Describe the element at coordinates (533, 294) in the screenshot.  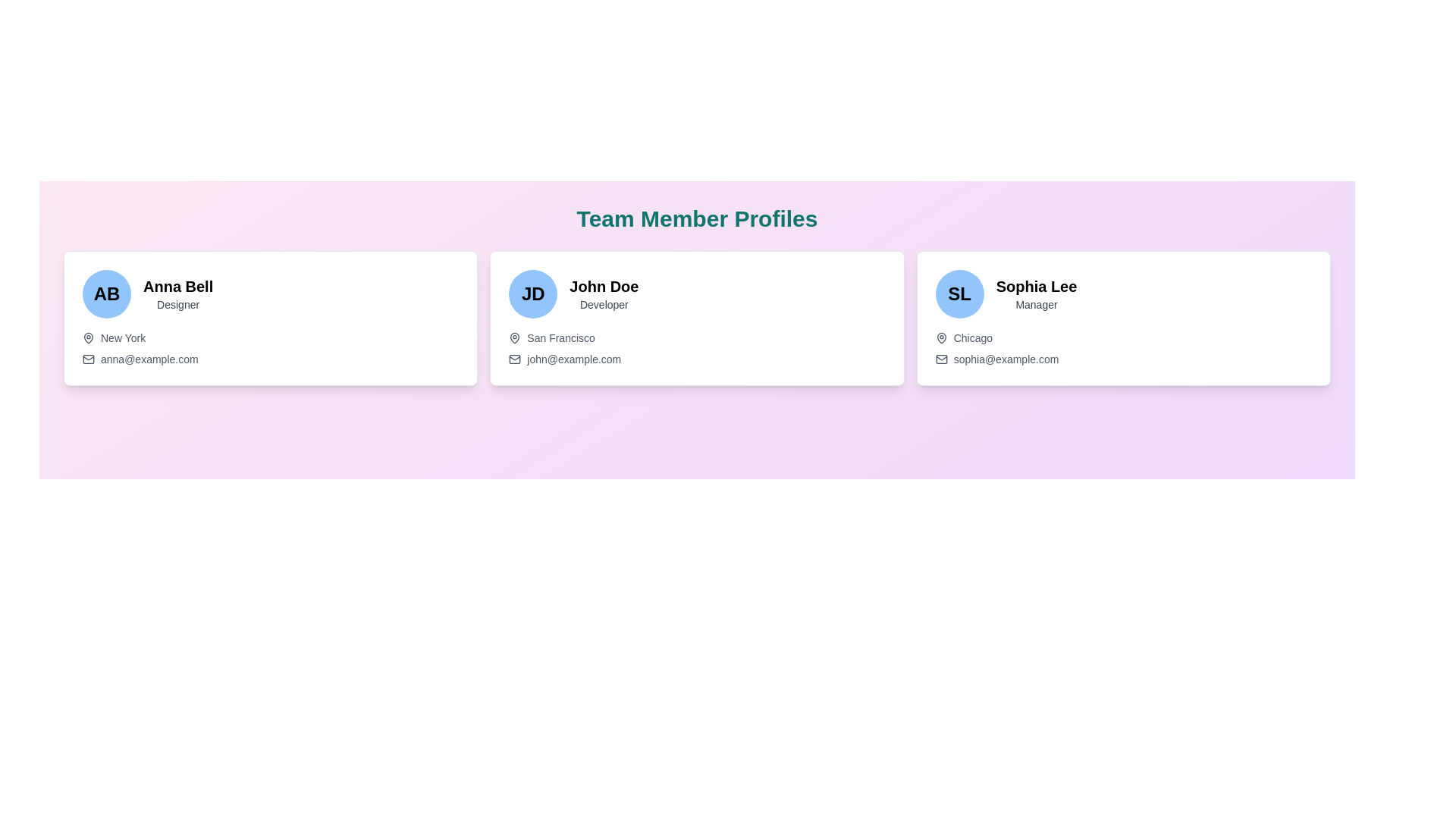
I see `the circular badge with a blue background and the initials 'JD' in bold black text, located at the top-left corner of the profile card for 'John Doe.'` at that location.